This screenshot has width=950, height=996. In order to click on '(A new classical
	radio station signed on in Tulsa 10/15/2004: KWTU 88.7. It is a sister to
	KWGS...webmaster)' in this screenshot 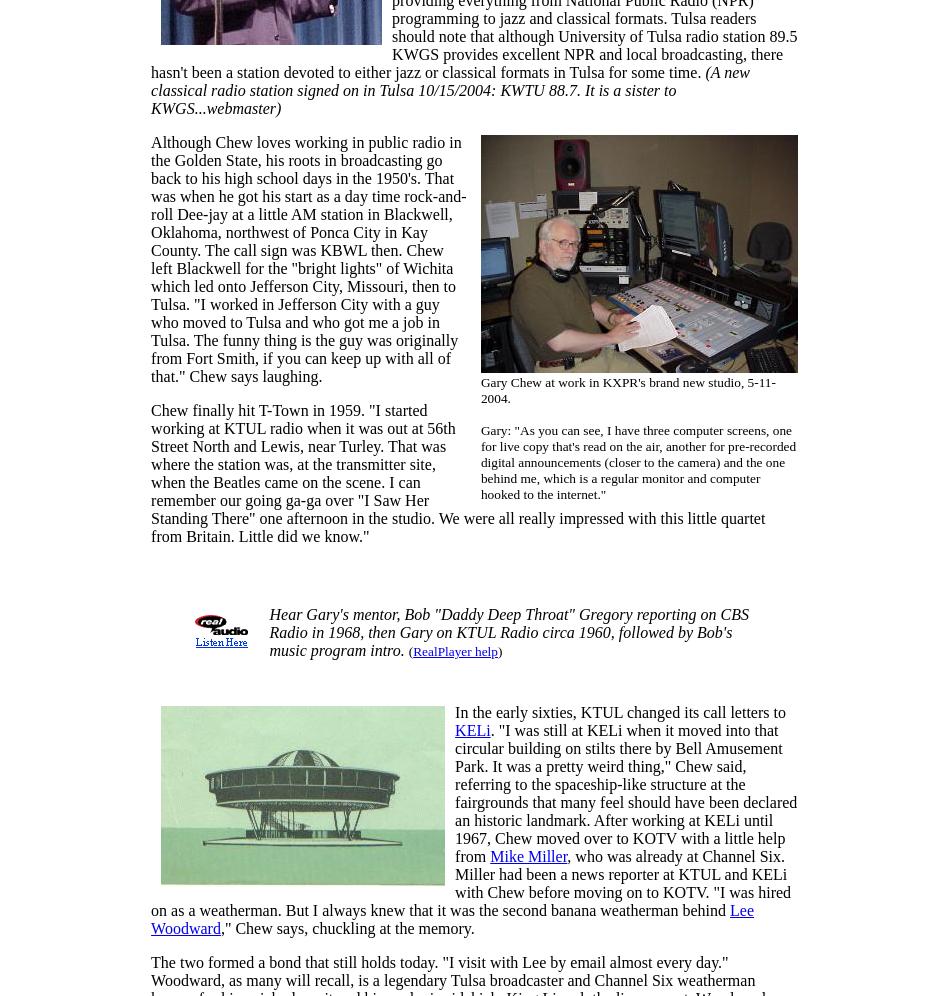, I will do `click(150, 90)`.